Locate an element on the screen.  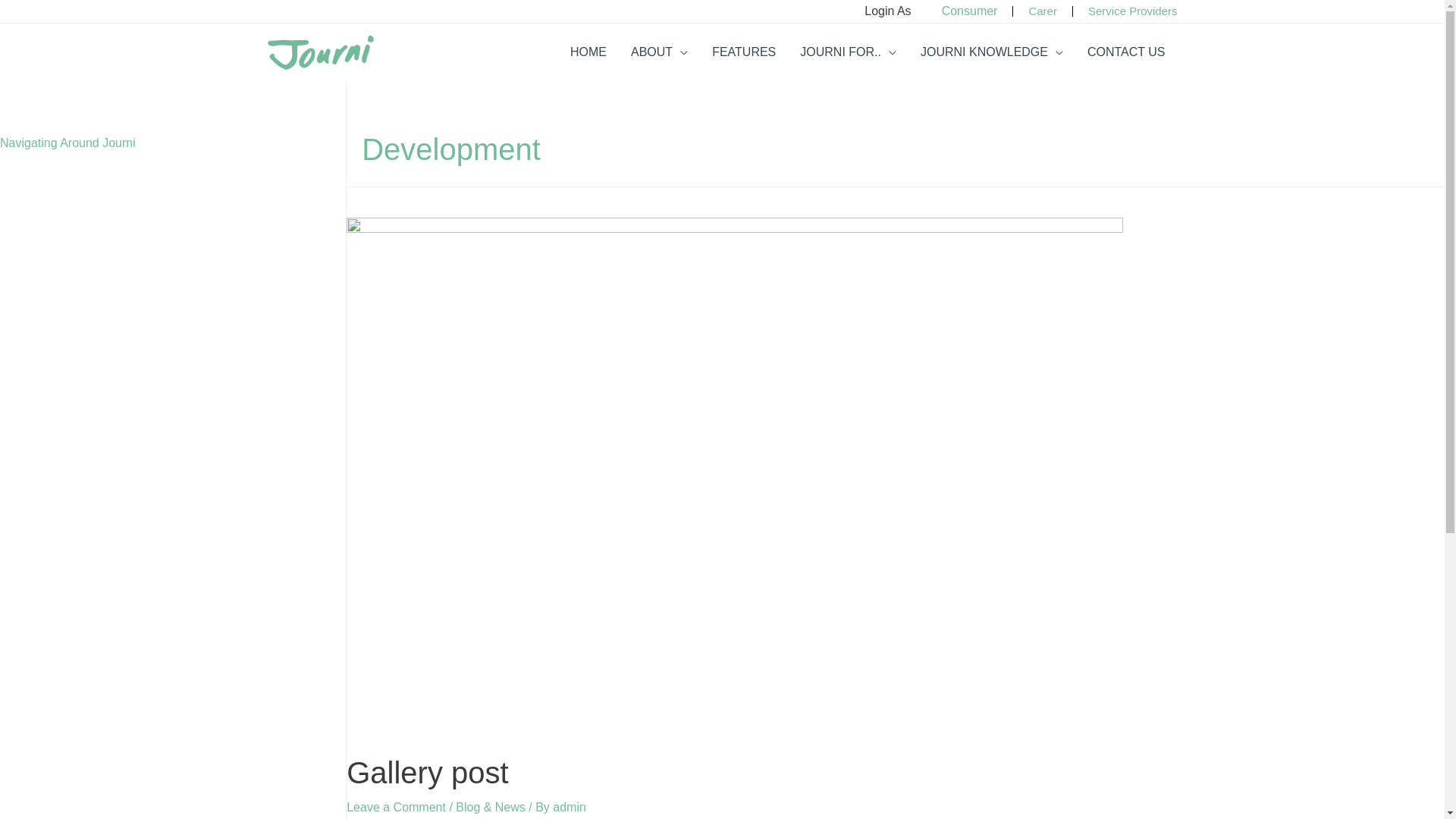
'Gallery post' is located at coordinates (426, 772).